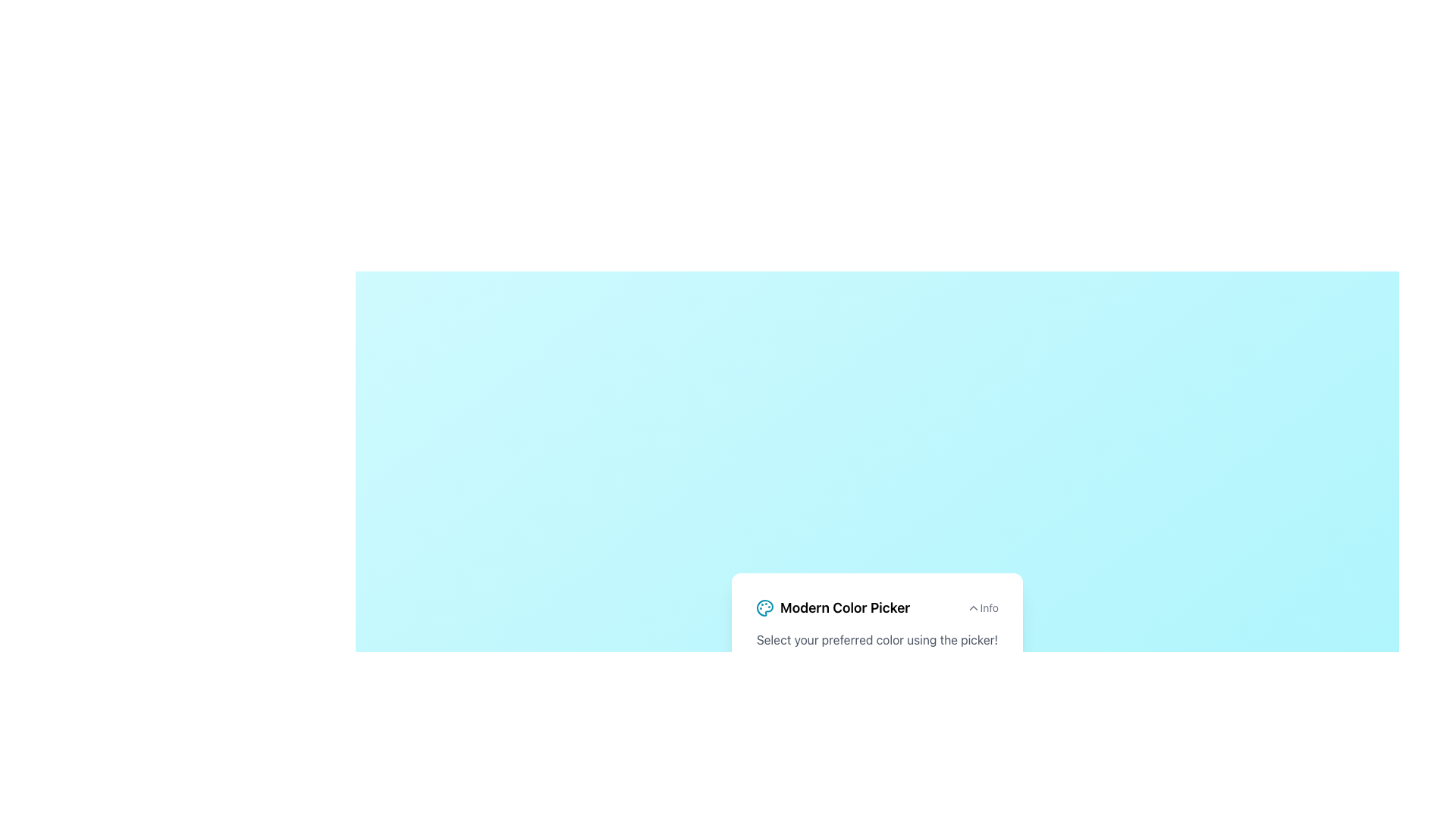 This screenshot has width=1456, height=819. Describe the element at coordinates (982, 607) in the screenshot. I see `the informational toggle text with an associated icon located at the bottom-right corner of the 'Modern Color Picker' section` at that location.